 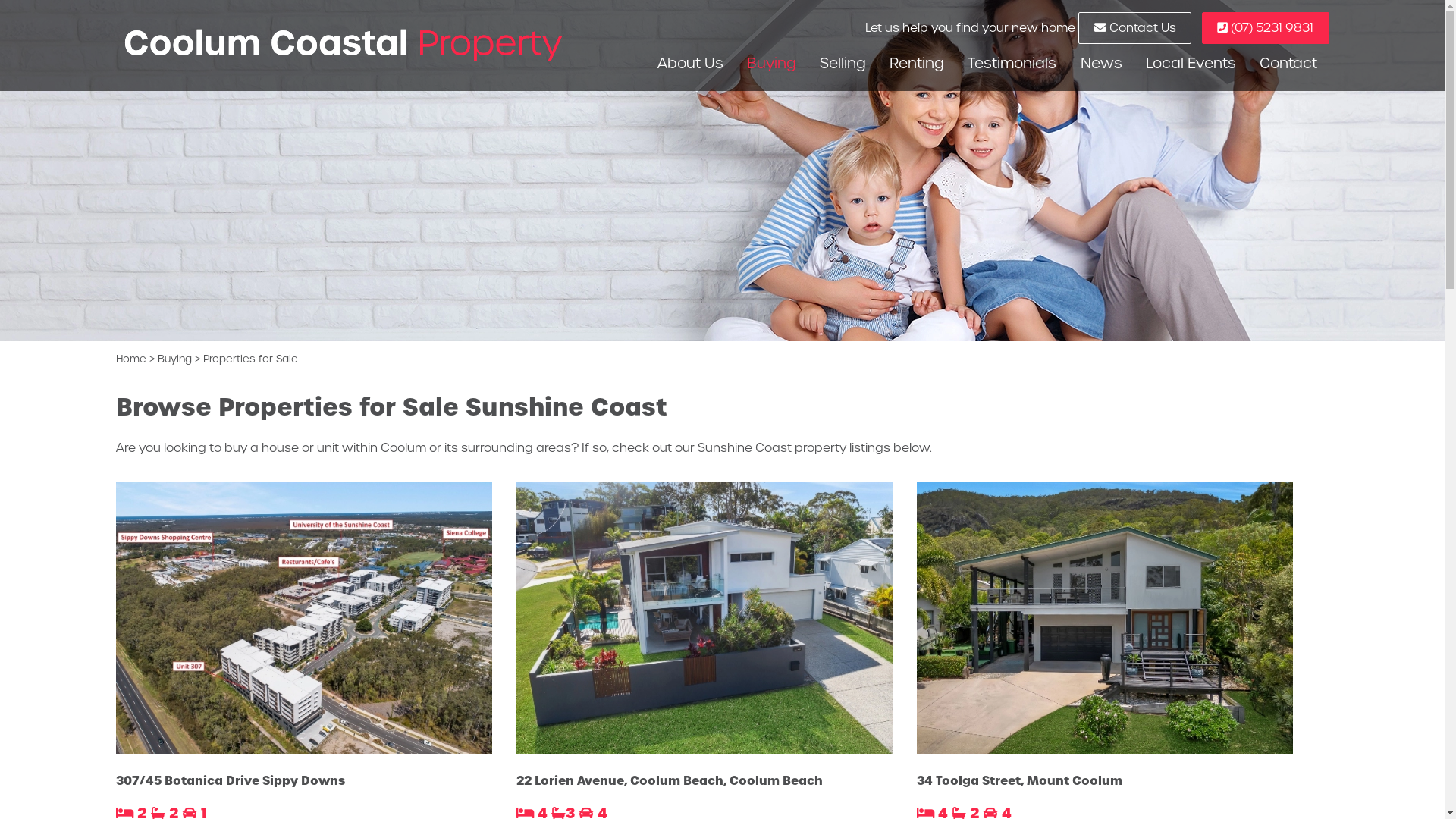 I want to click on 'Buying', so click(x=157, y=359).